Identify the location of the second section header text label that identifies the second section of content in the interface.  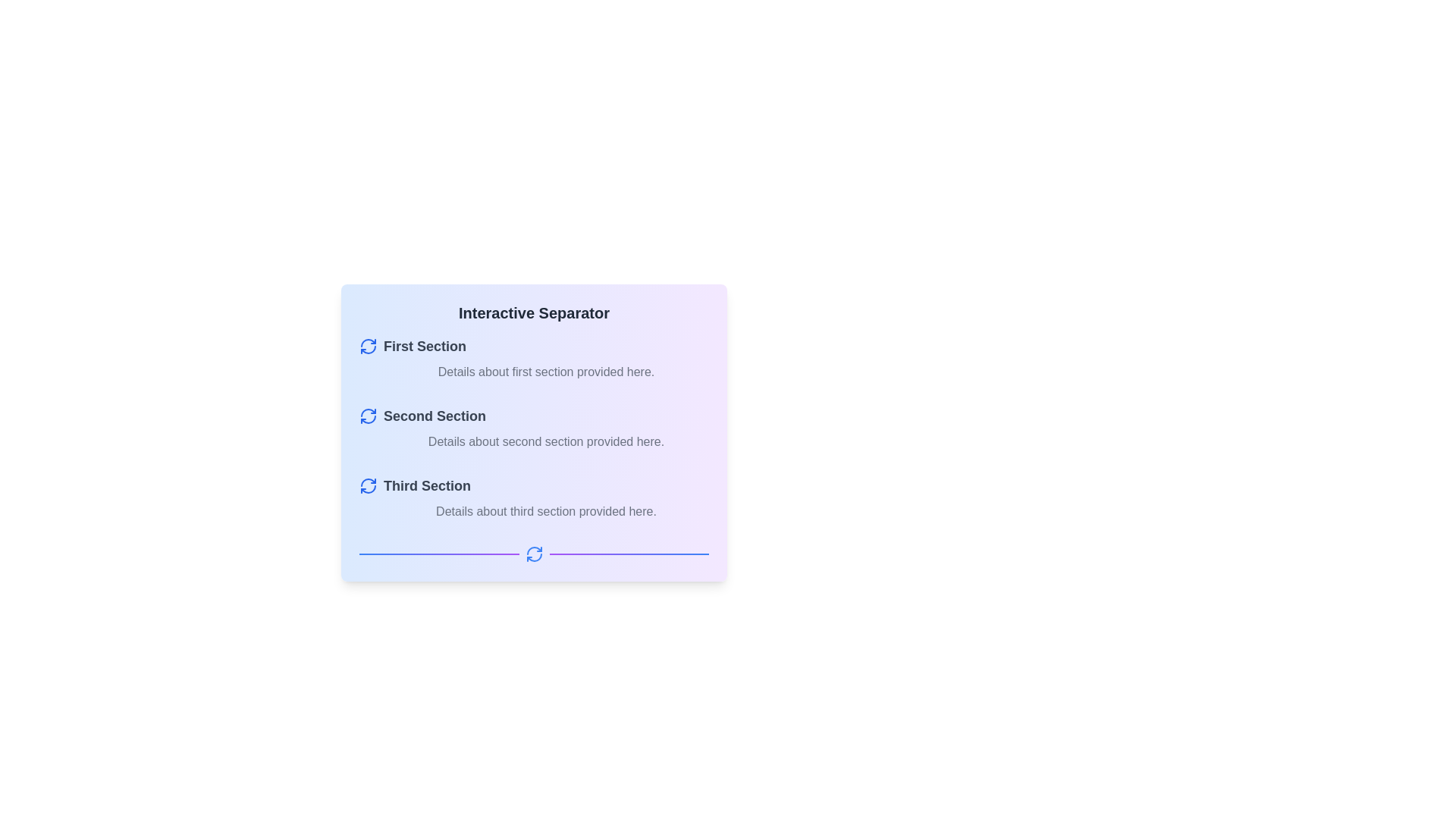
(434, 416).